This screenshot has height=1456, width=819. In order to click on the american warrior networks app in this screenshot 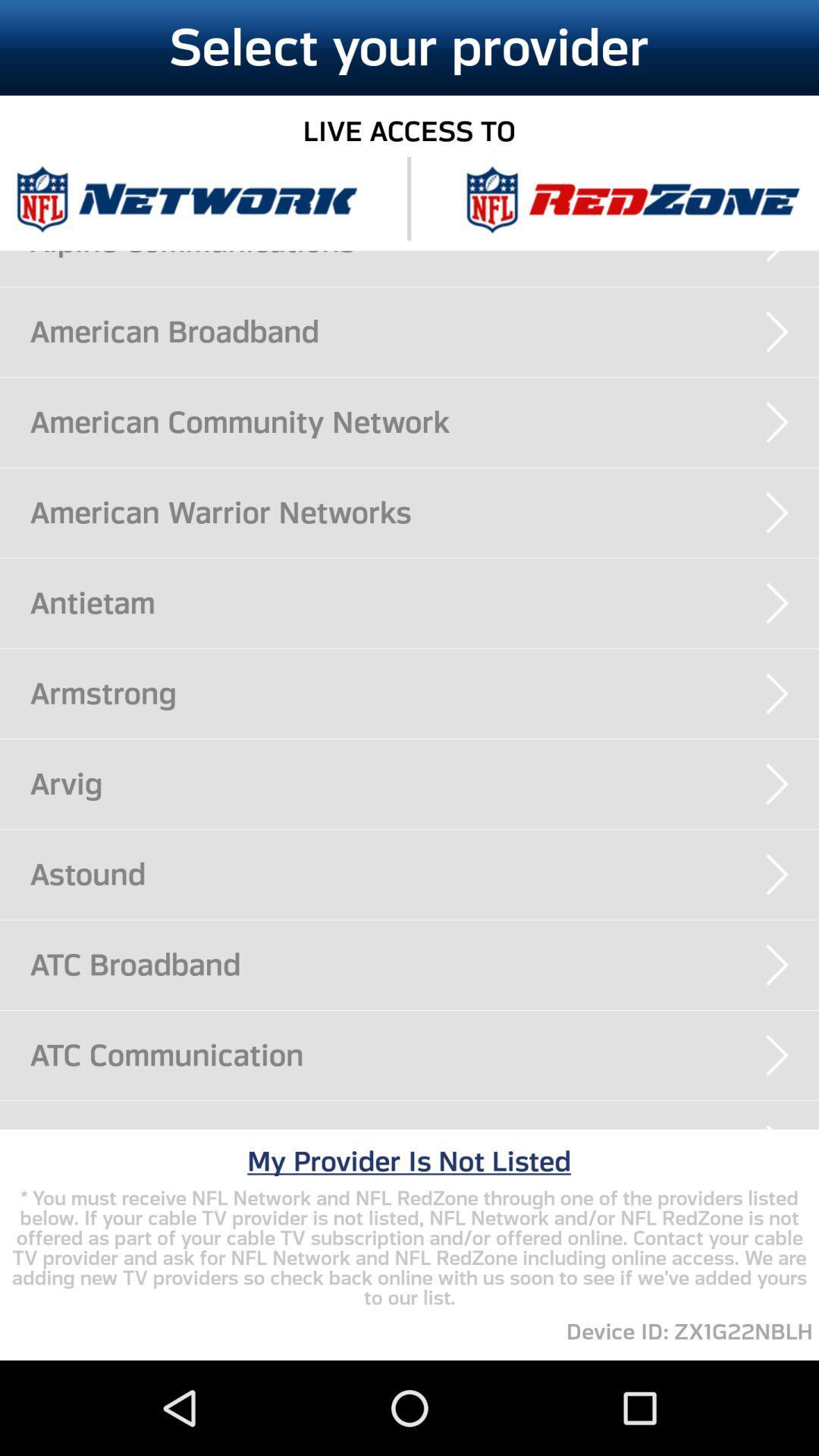, I will do `click(424, 513)`.